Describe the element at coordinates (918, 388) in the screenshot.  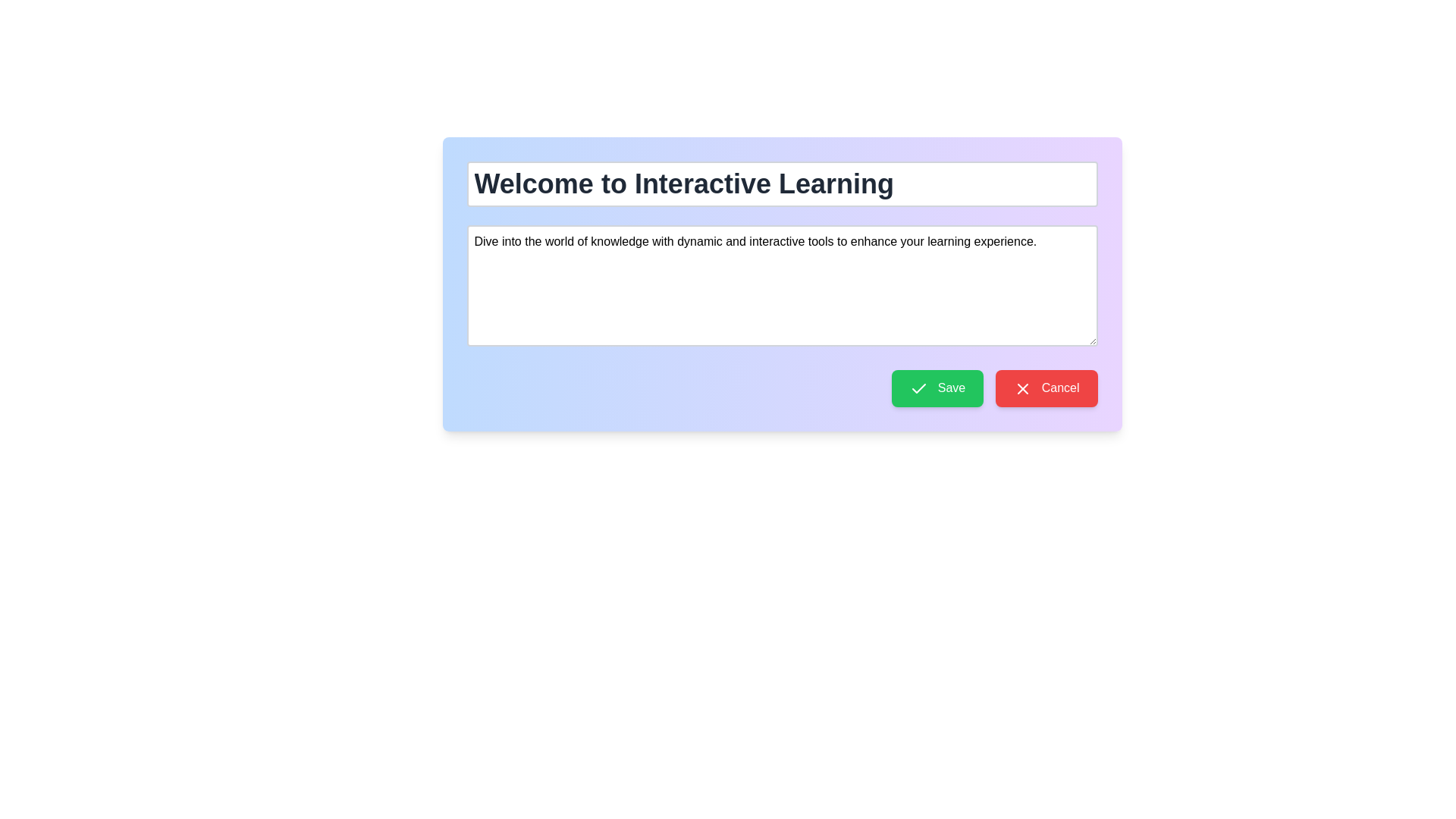
I see `the checkmark icon located to the left of the 'Save' button, which visually indicates the save action` at that location.